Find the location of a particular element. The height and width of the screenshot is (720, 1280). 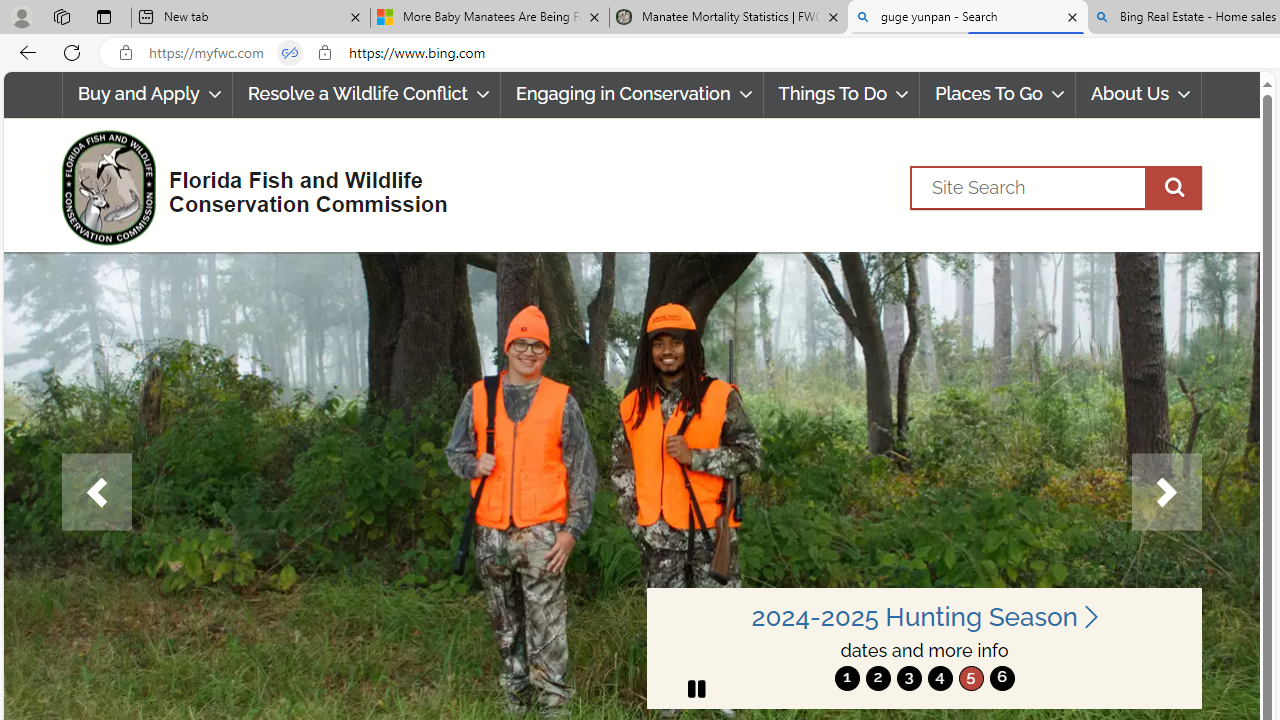

'About Us' is located at coordinates (1138, 94).